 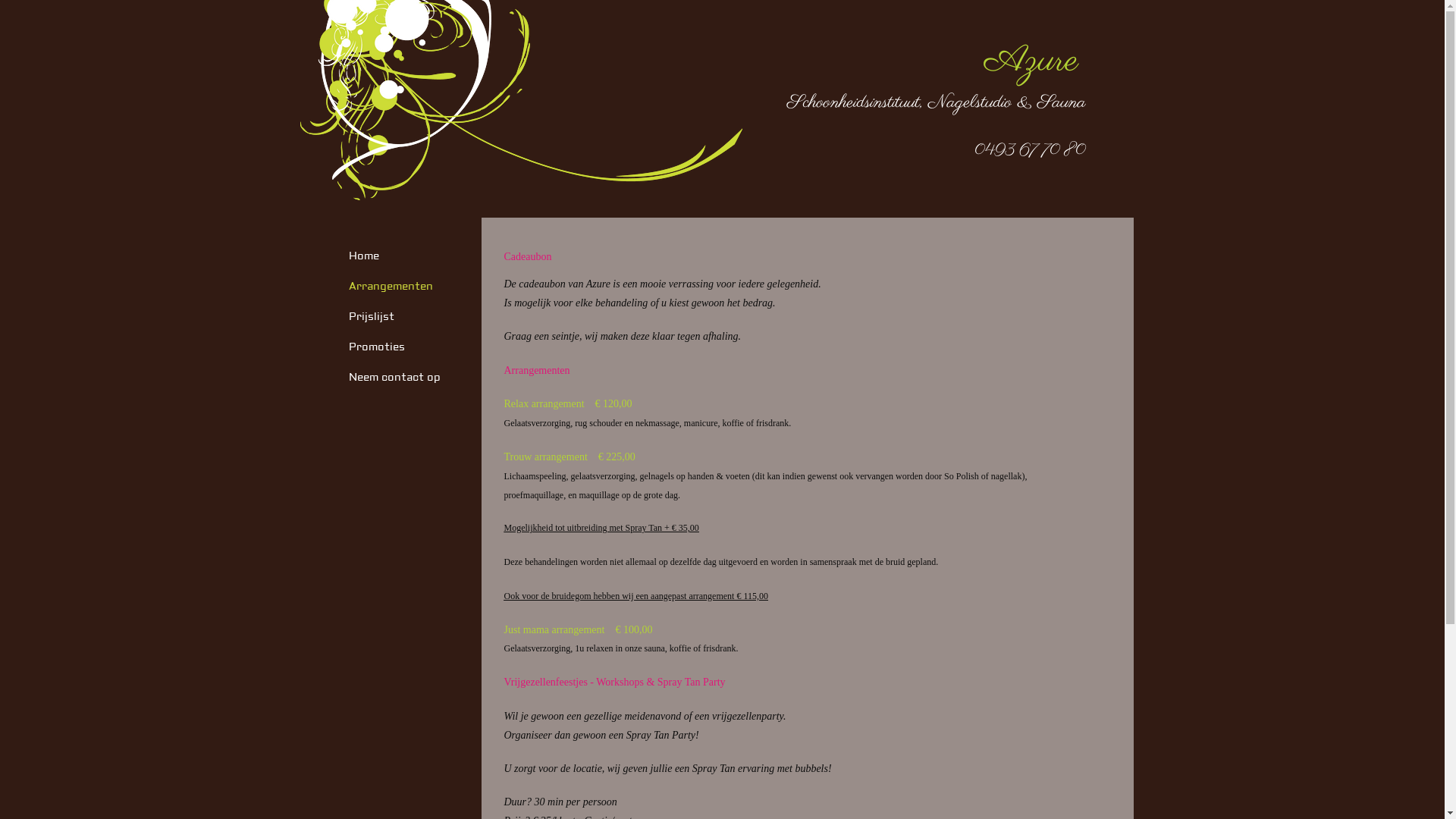 I want to click on 'Home', so click(x=364, y=256).